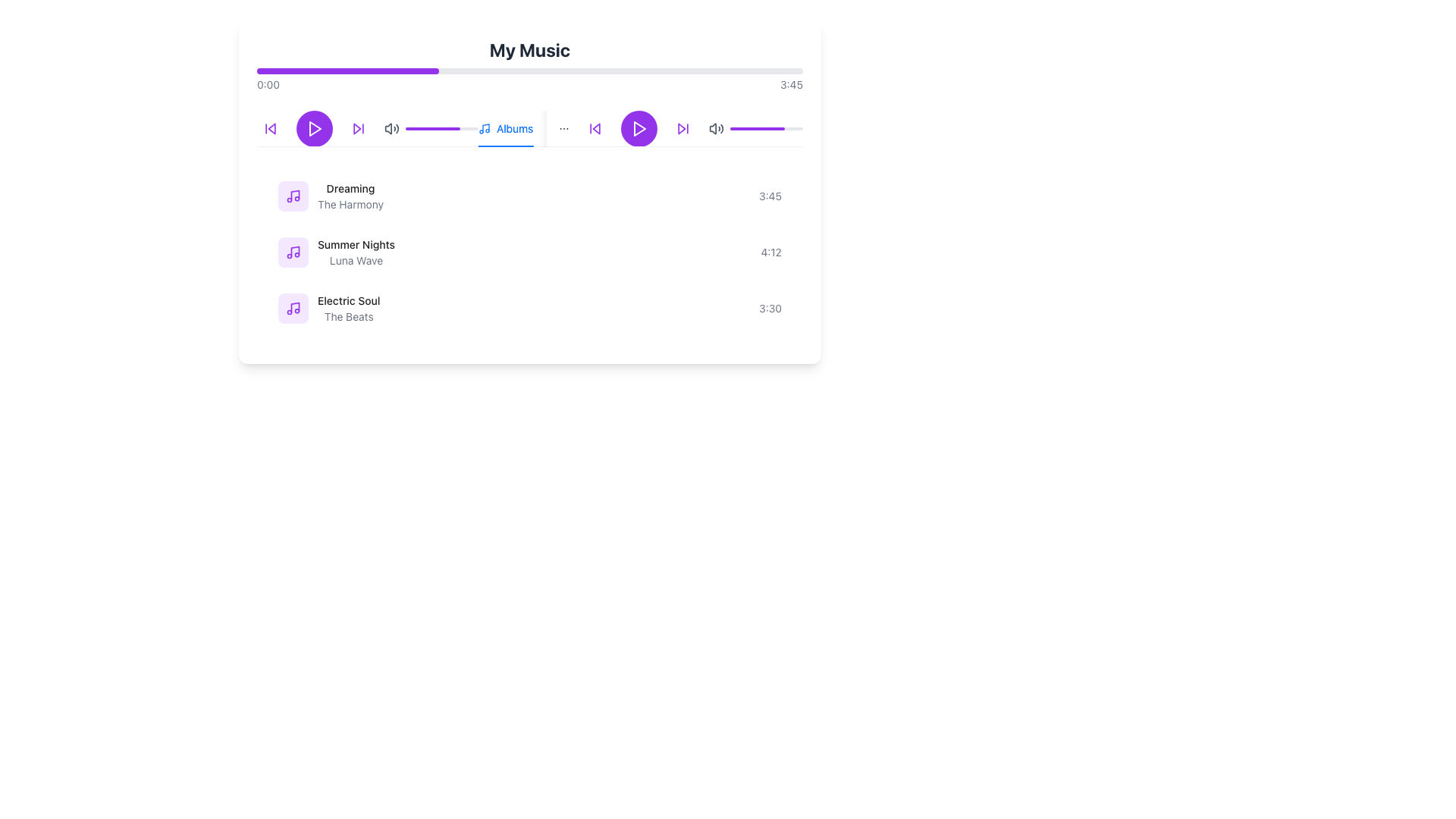  Describe the element at coordinates (293, 251) in the screenshot. I see `the decorative icon representing the song 'Summer Nights' which is positioned to the left of the text in the music list` at that location.